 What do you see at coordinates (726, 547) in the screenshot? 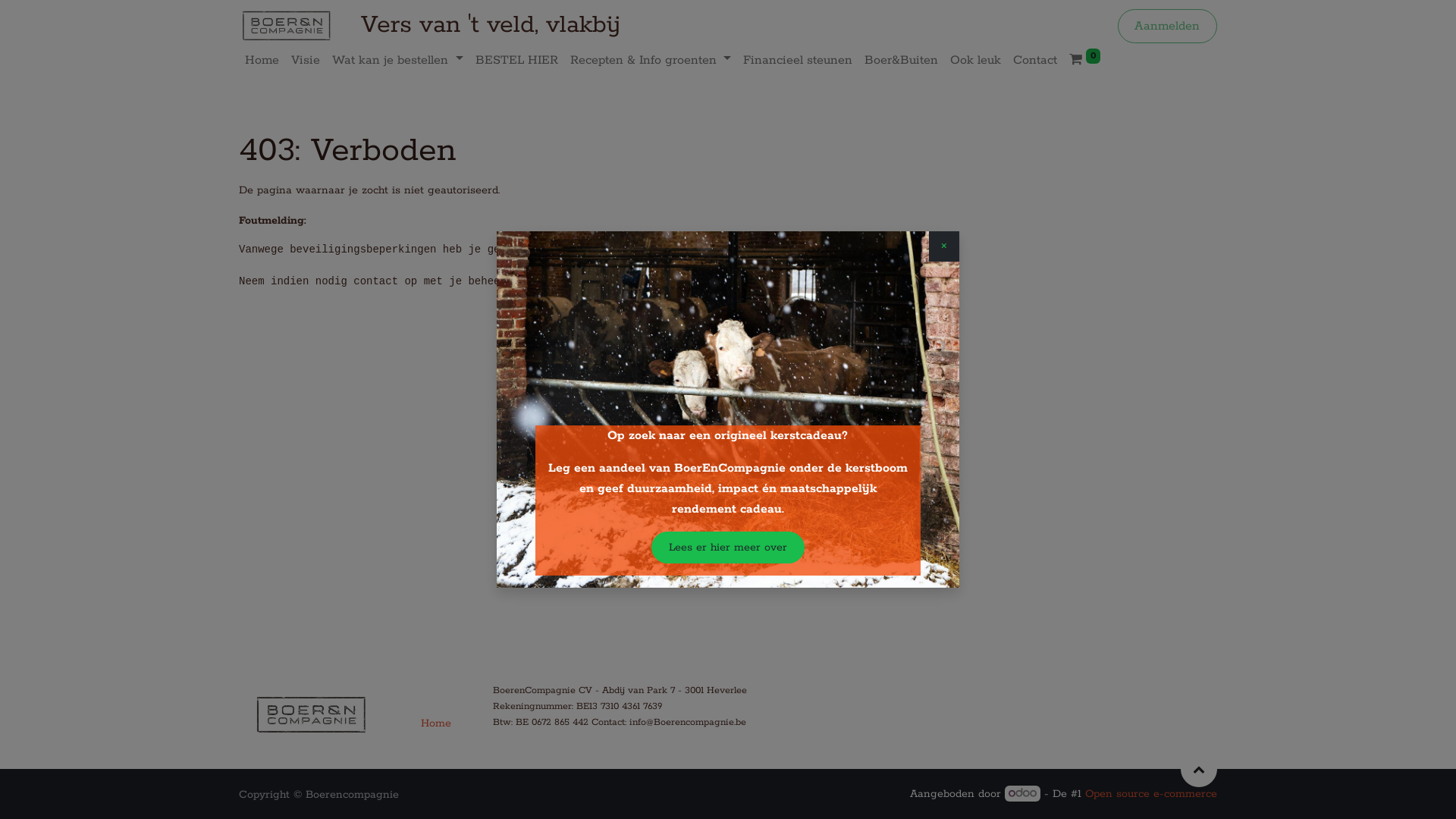
I see `'Lees er hier meer over'` at bounding box center [726, 547].